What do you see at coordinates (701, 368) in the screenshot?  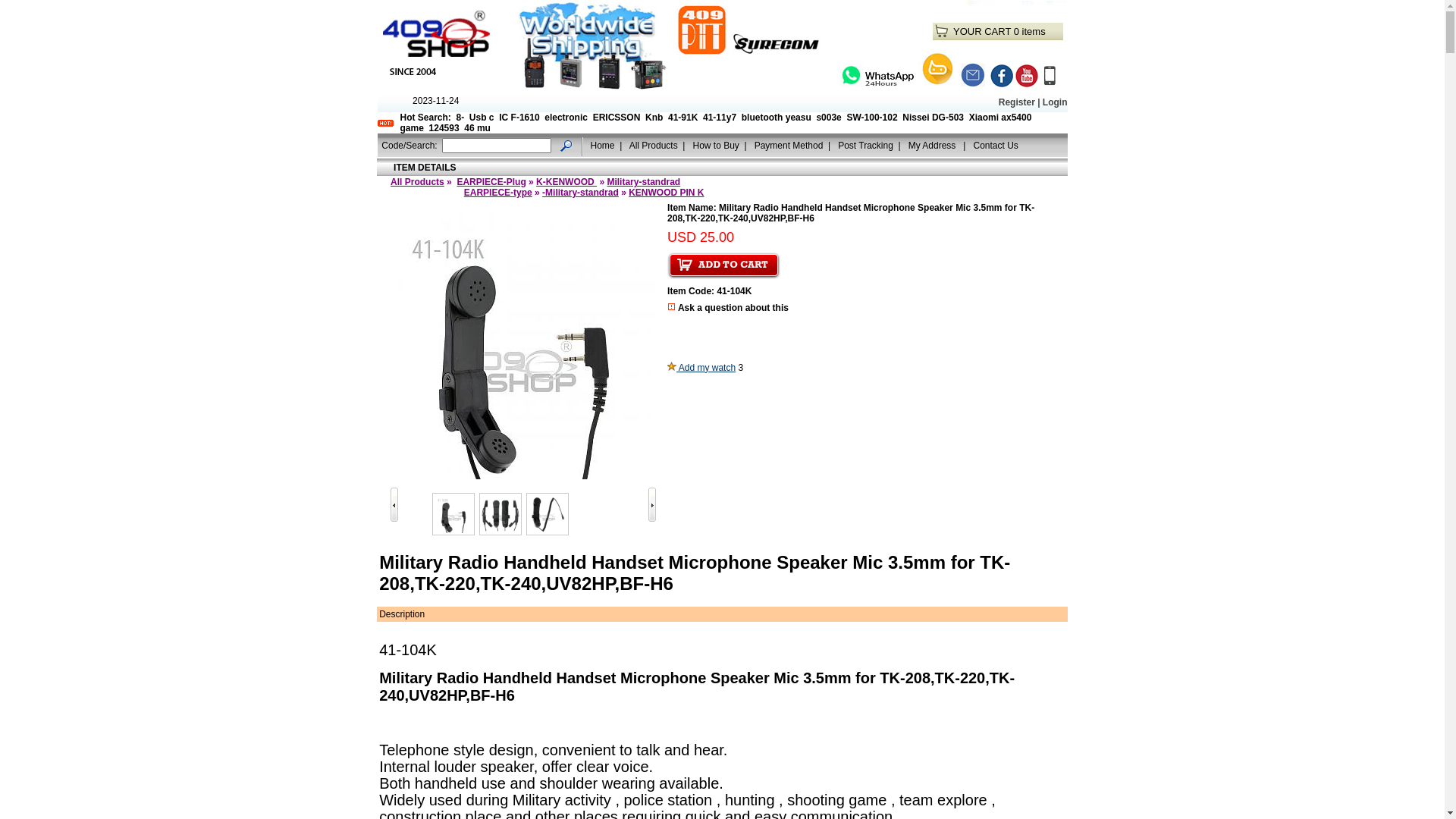 I see `' Add my watch'` at bounding box center [701, 368].